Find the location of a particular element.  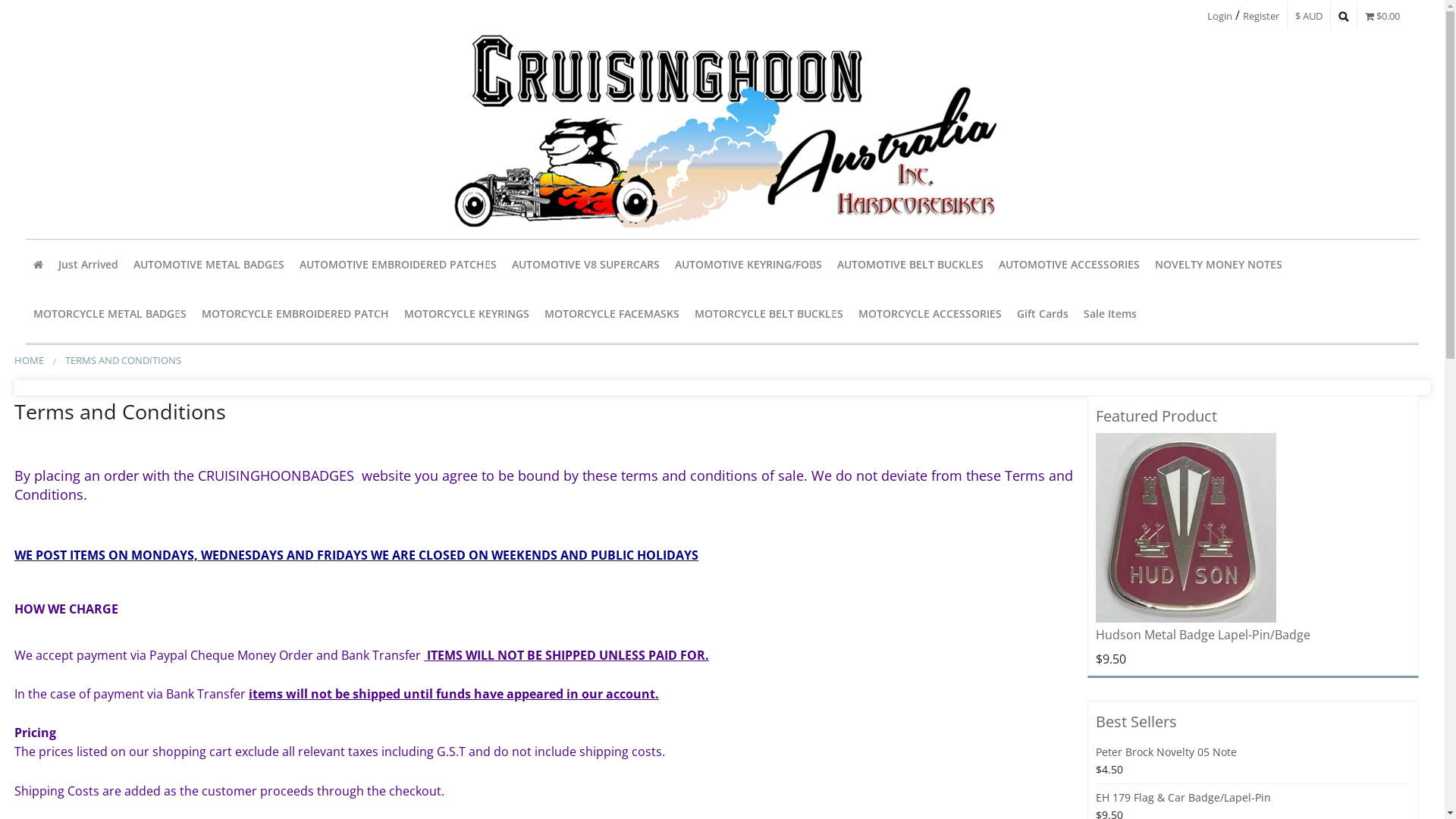

'EH 179 Flag & Car Badge/Lapel-Pin' is located at coordinates (1182, 796).